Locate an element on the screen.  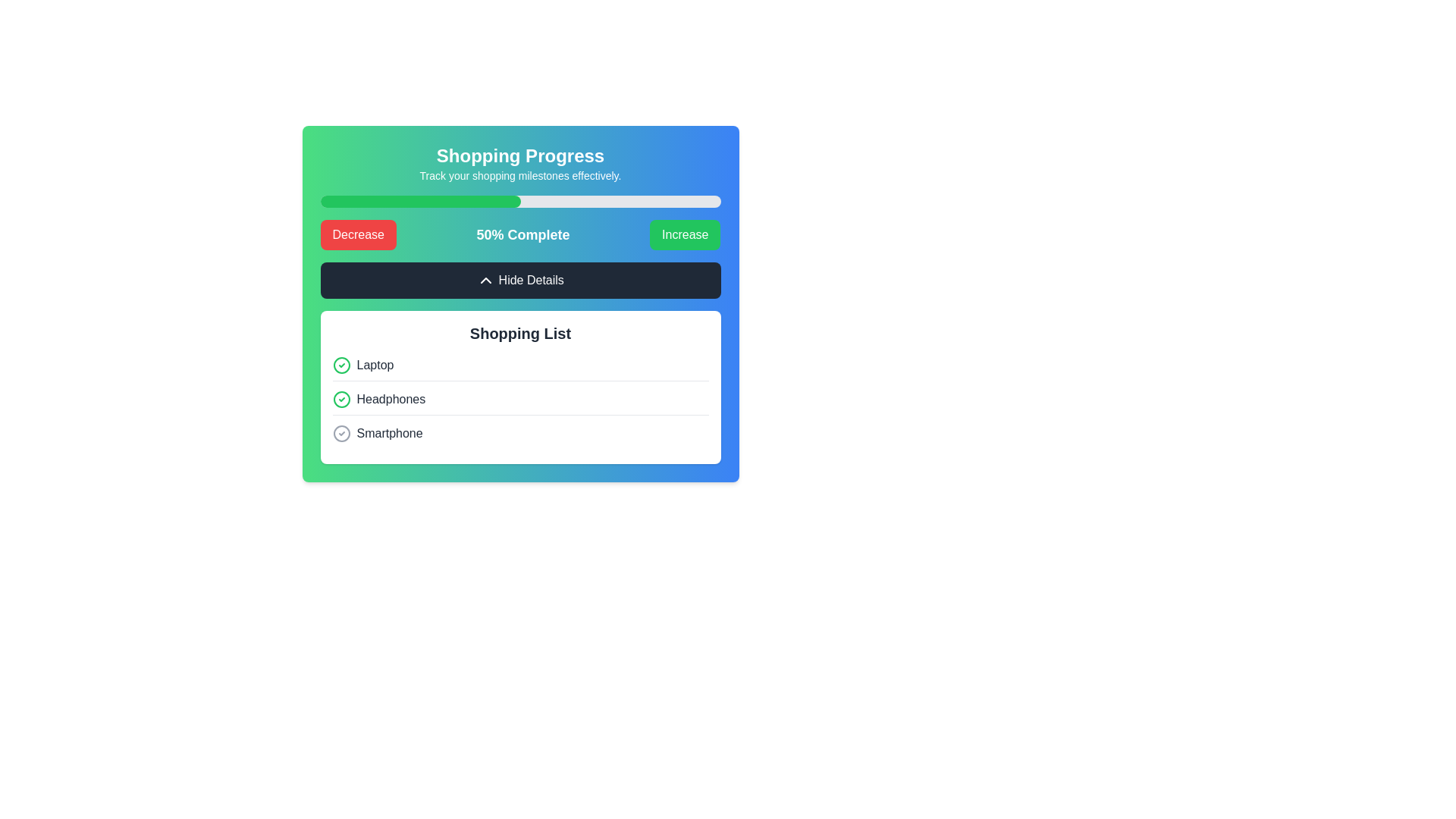
the circular graphical shape that serves as the visual backdrop of the 'check' or 'status' icon located in the 'Shopping List' section of the 'Smartphone' list item is located at coordinates (340, 433).